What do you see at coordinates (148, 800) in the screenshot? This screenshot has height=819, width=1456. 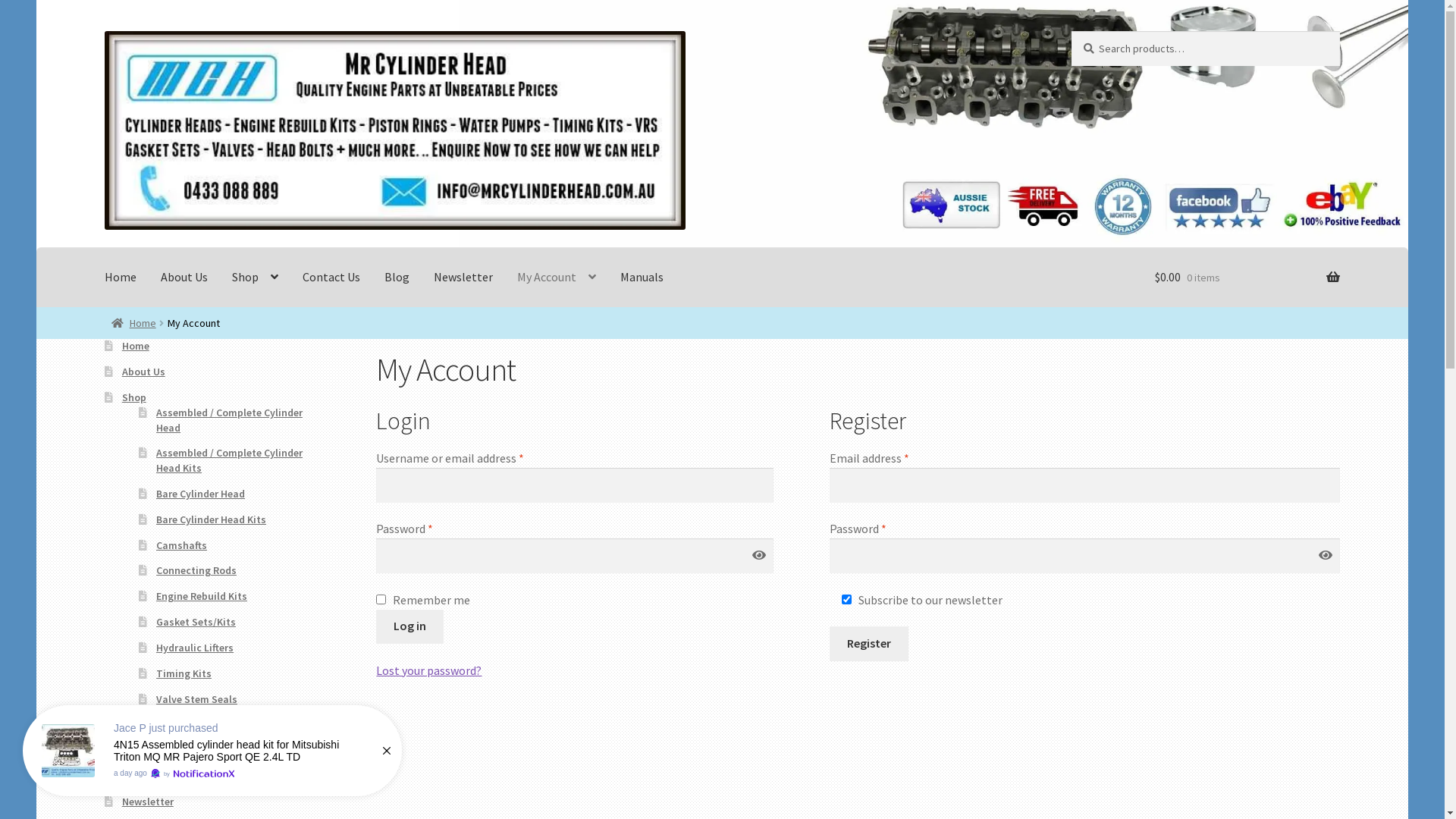 I see `'Newsletter'` at bounding box center [148, 800].